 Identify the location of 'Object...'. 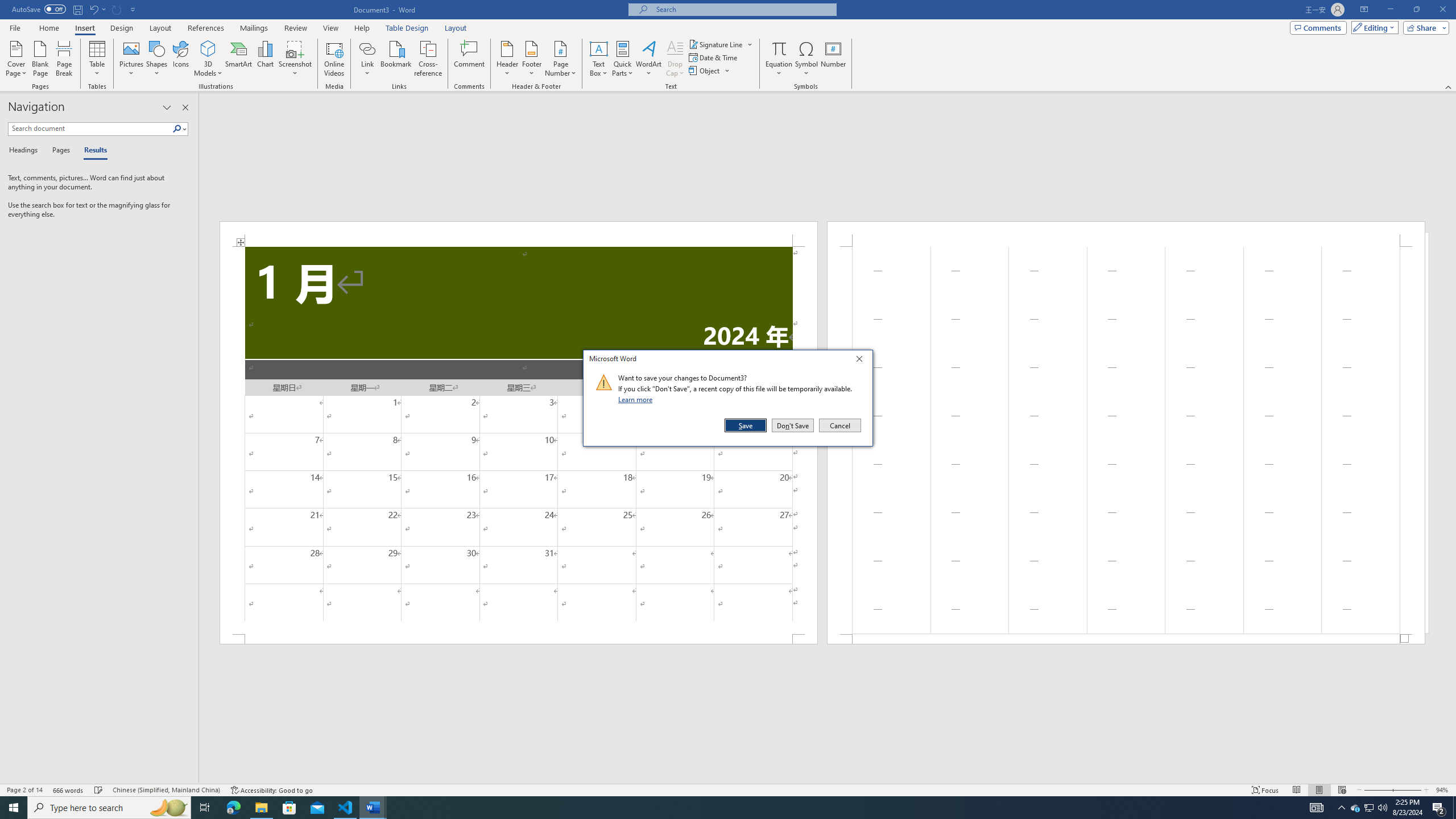
(705, 69).